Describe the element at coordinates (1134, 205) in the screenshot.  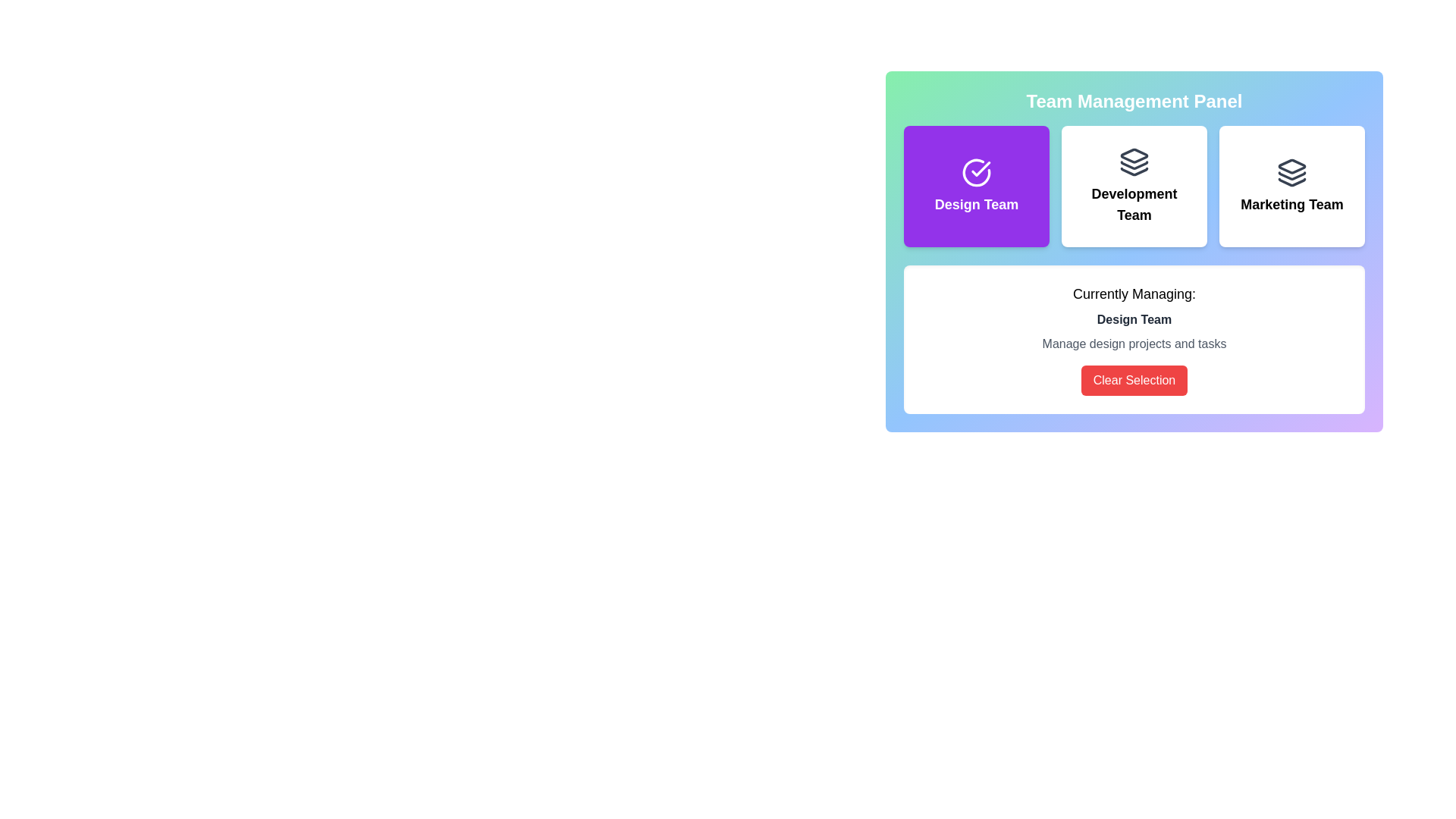
I see `text displayed in the heading or label element that prominently shows 'Development Team' in a bold font, located at the center of the Team Management Panel section` at that location.